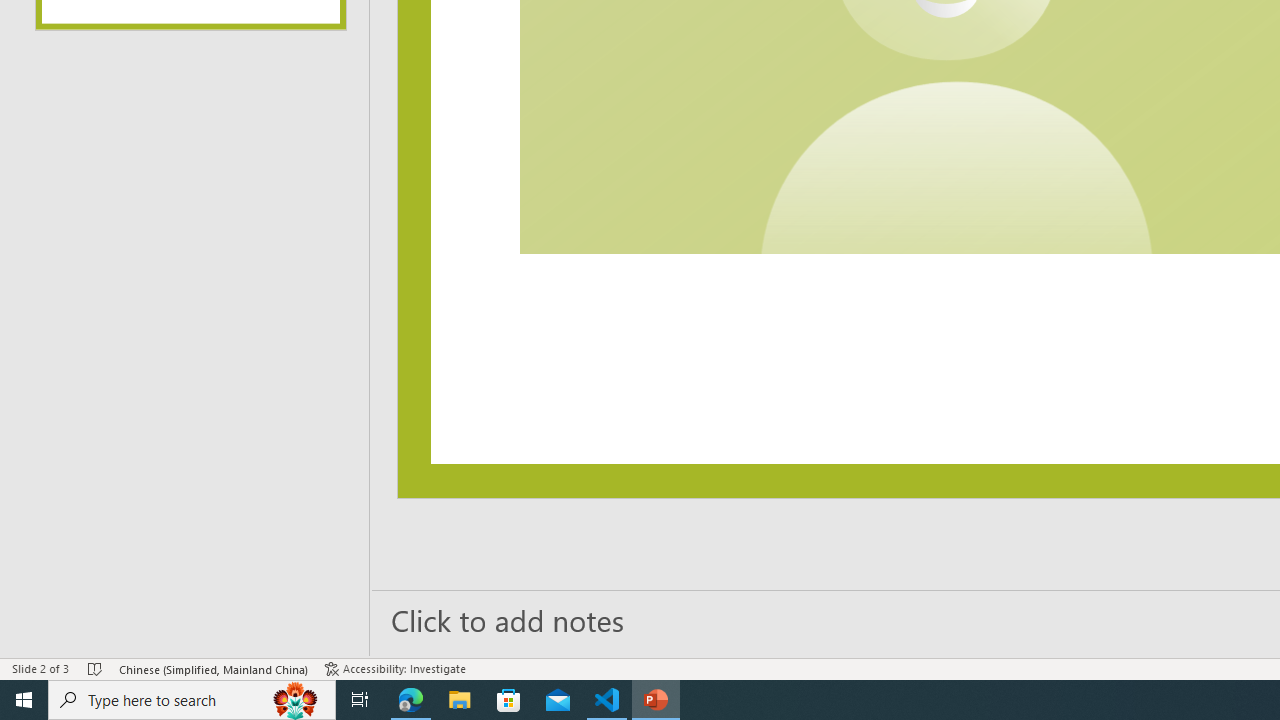 The image size is (1280, 720). What do you see at coordinates (95, 669) in the screenshot?
I see `'Spell Check No Errors'` at bounding box center [95, 669].